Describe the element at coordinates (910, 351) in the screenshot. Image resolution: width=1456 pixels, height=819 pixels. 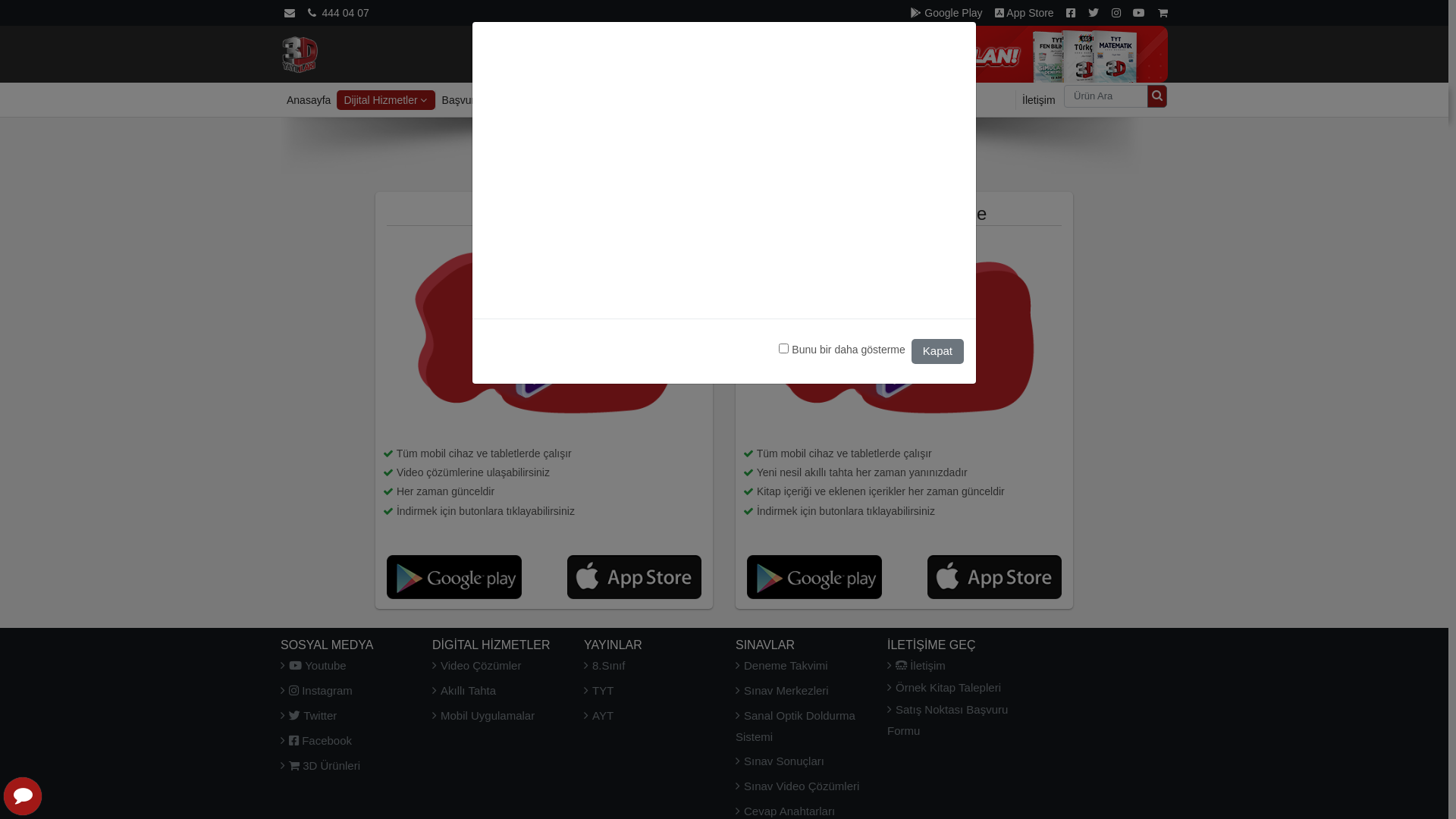
I see `'Kapat'` at that location.